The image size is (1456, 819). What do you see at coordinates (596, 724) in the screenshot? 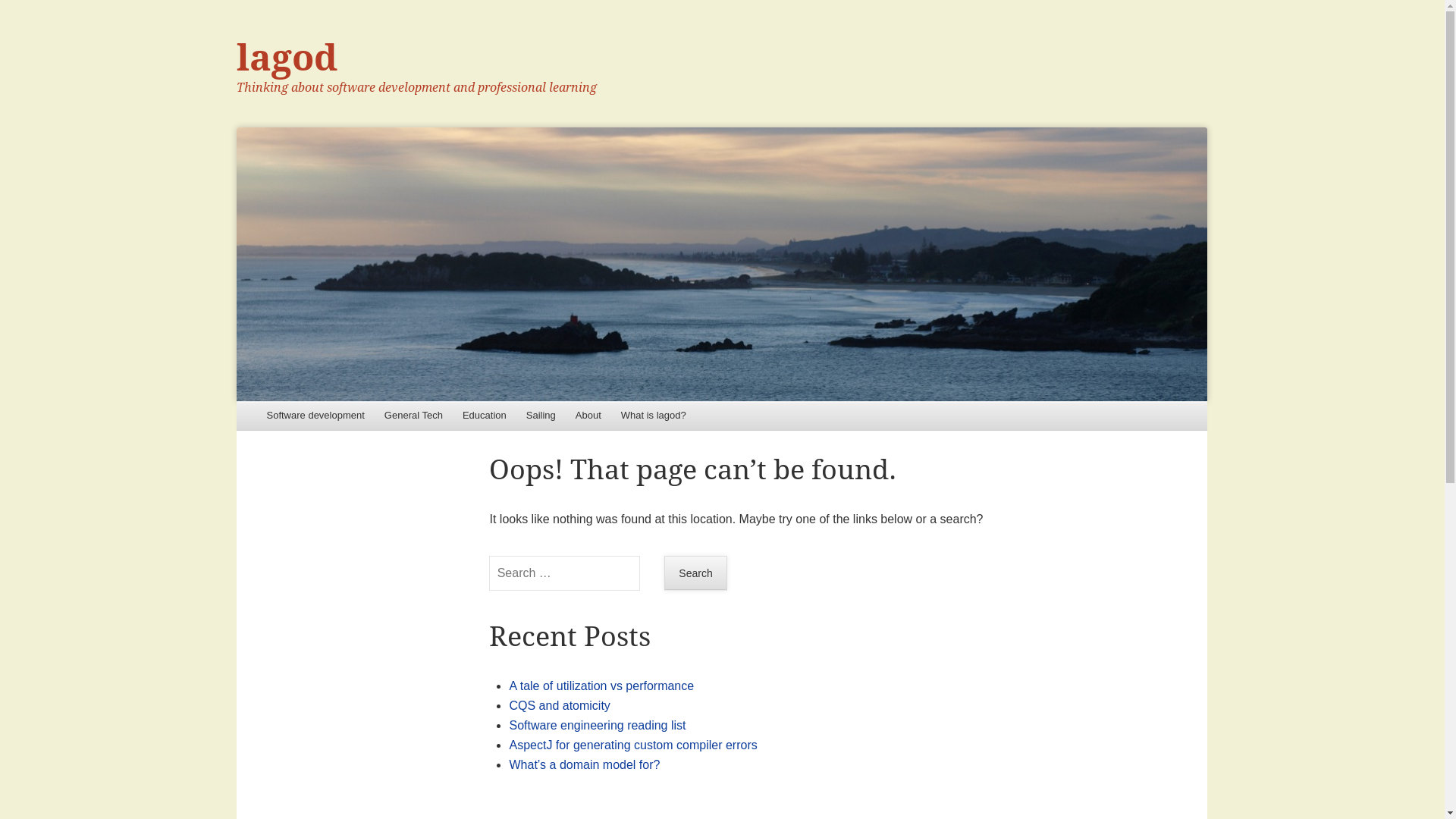
I see `'Software engineering reading list'` at bounding box center [596, 724].